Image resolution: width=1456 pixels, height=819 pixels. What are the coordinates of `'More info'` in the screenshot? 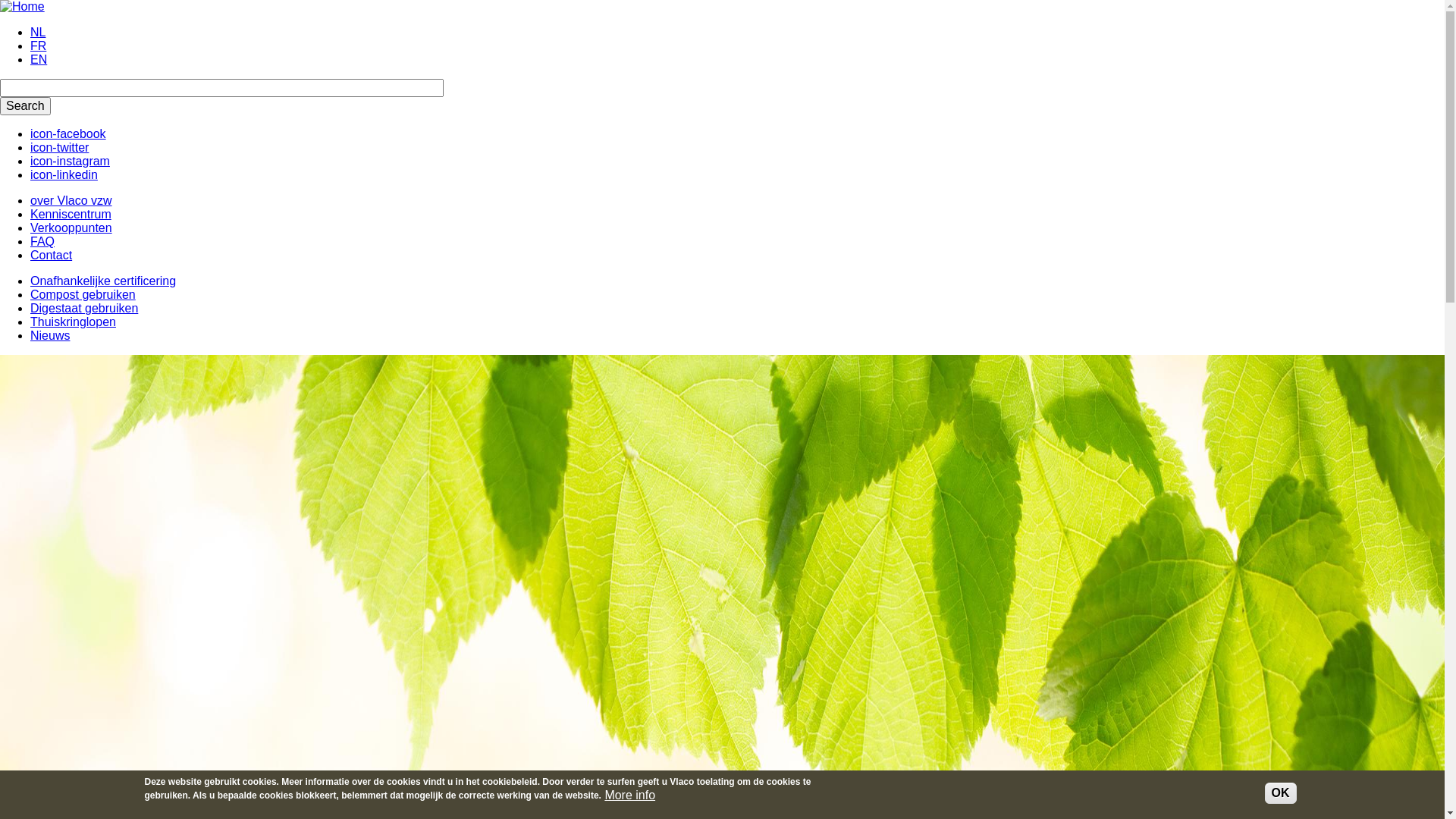 It's located at (629, 795).